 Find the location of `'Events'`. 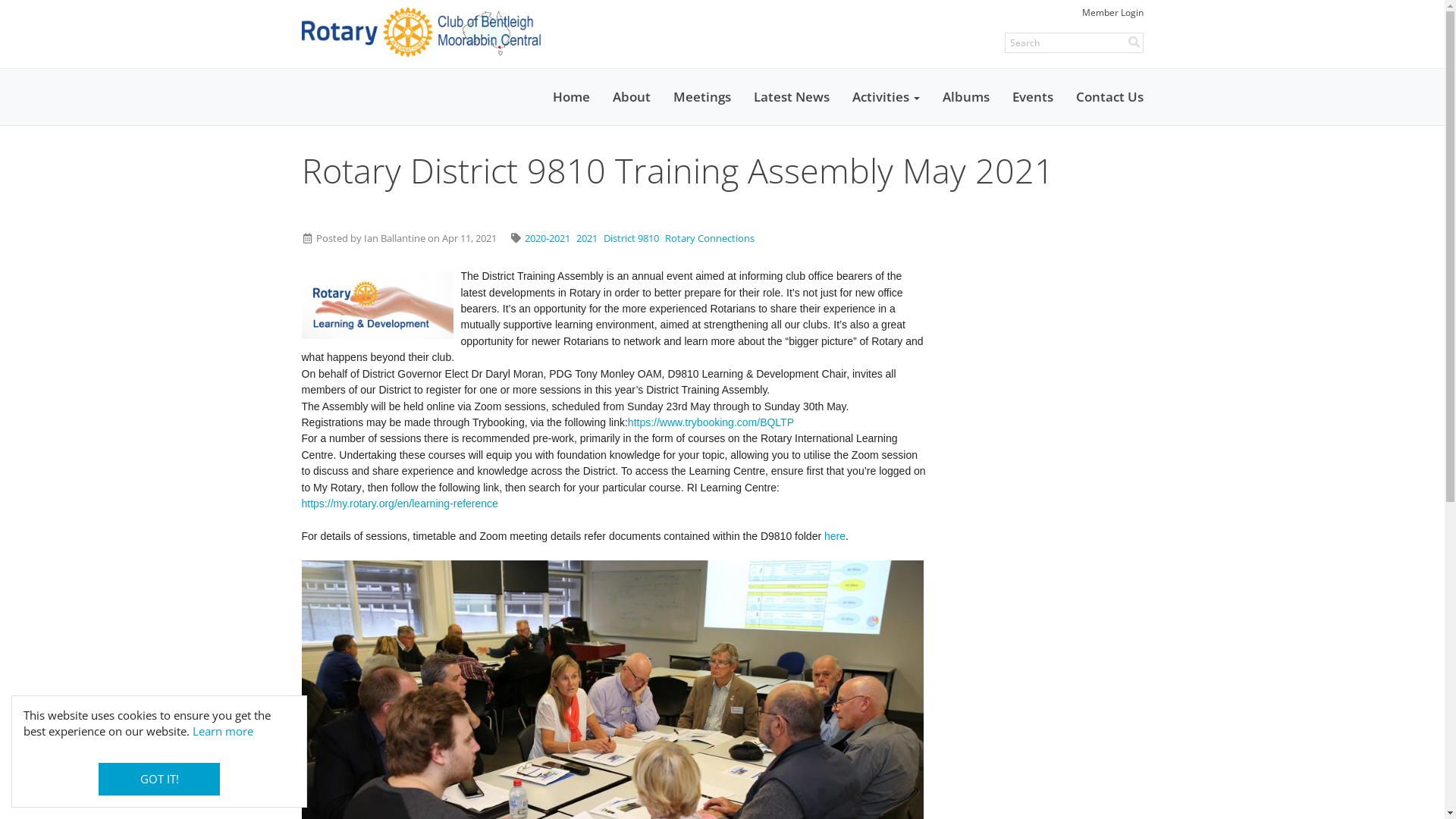

'Events' is located at coordinates (1032, 96).